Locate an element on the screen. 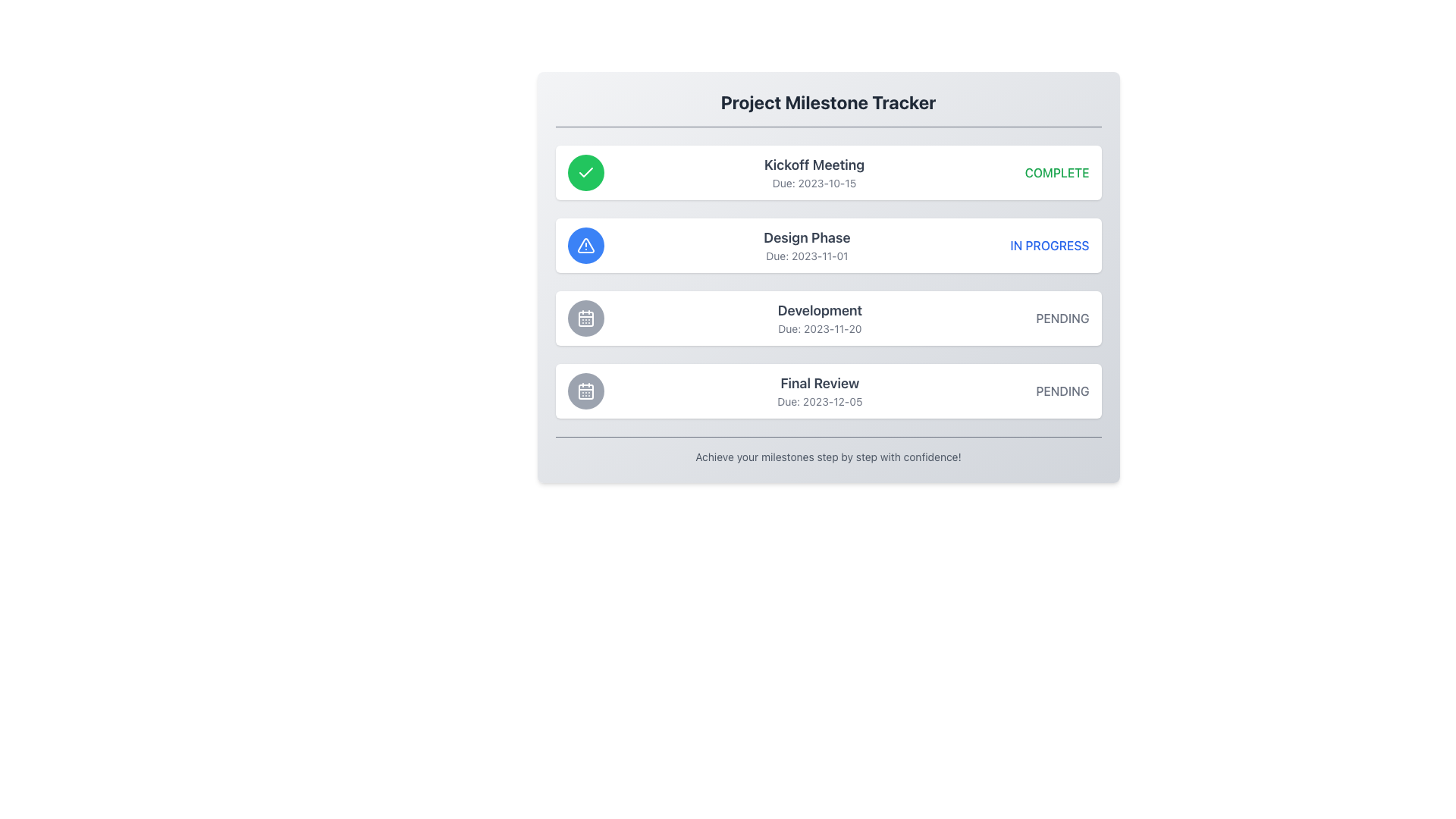 The width and height of the screenshot is (1456, 819). the text block element that reads 'Achieve your milestones step by step with confidence!' which is located at the bottom of the 'Project Milestone Tracker' card is located at coordinates (827, 450).